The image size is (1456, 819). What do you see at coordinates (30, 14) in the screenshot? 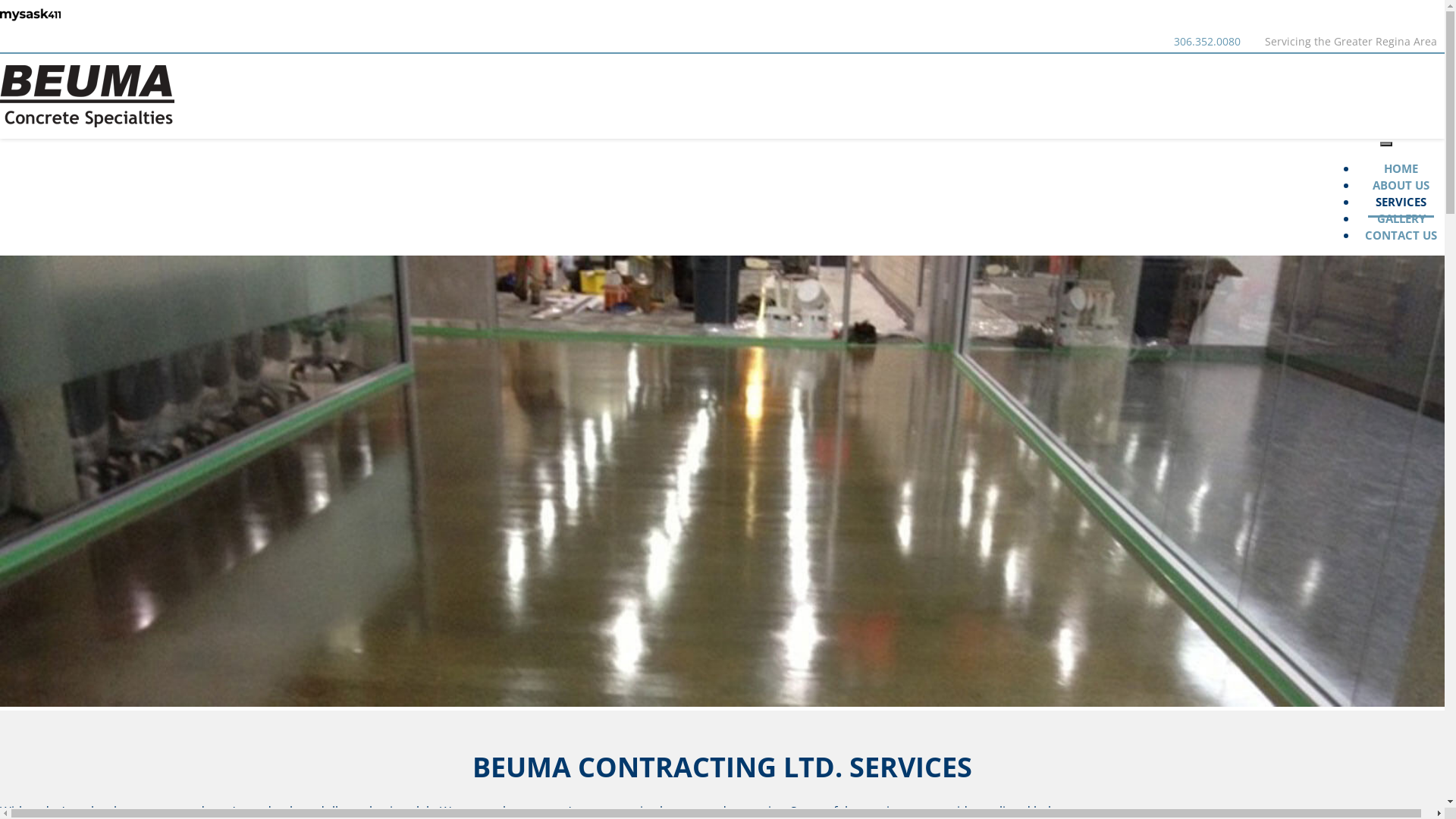
I see `'Mysask411 Logo'` at bounding box center [30, 14].